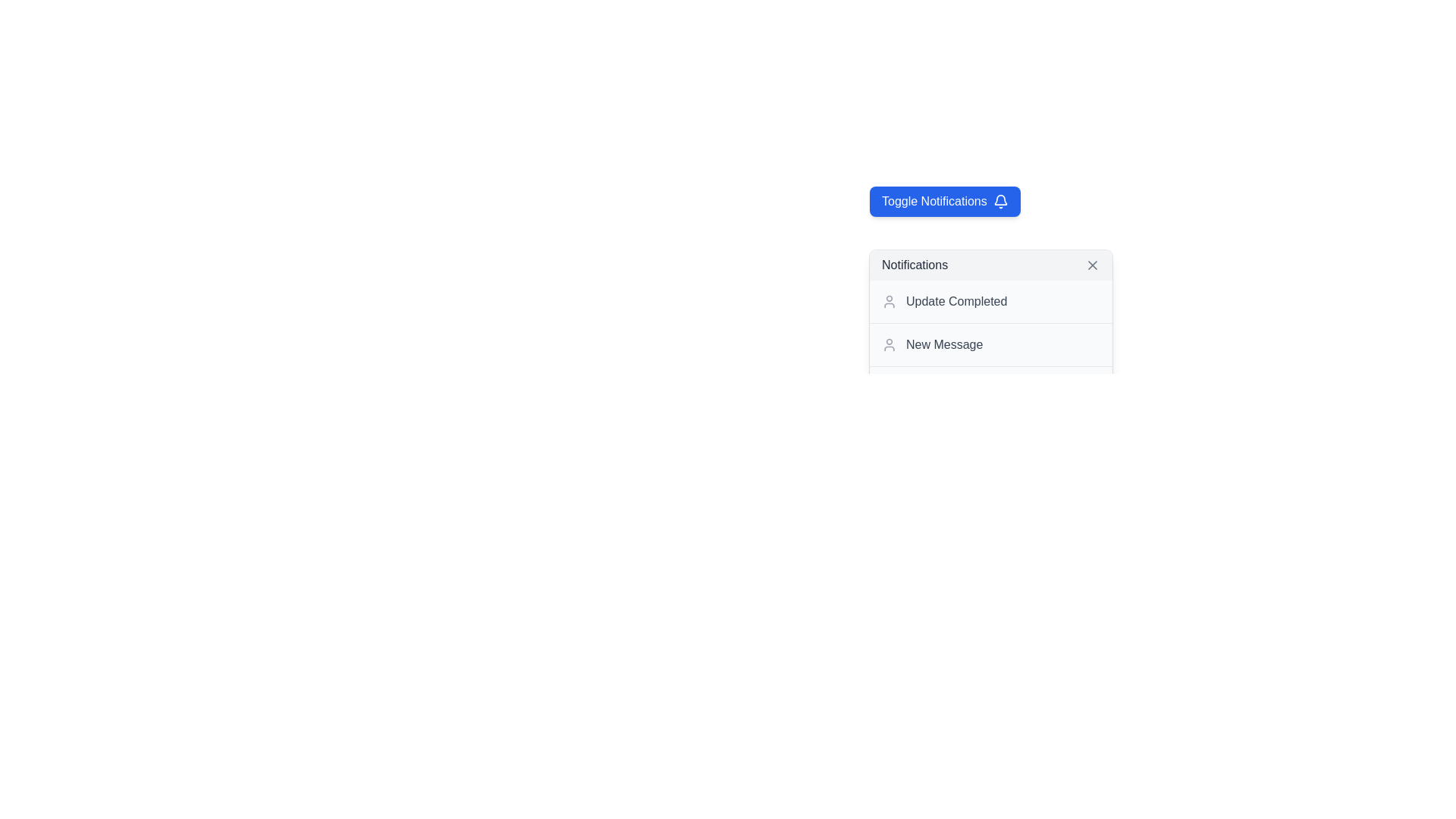 The image size is (1456, 819). Describe the element at coordinates (990, 329) in the screenshot. I see `the individual notifications in the 'Notifications' dropdown panel, which is styled with a light gray background and contains notification items such as 'Update Completed', 'New Message', and 'Settings Changed'` at that location.